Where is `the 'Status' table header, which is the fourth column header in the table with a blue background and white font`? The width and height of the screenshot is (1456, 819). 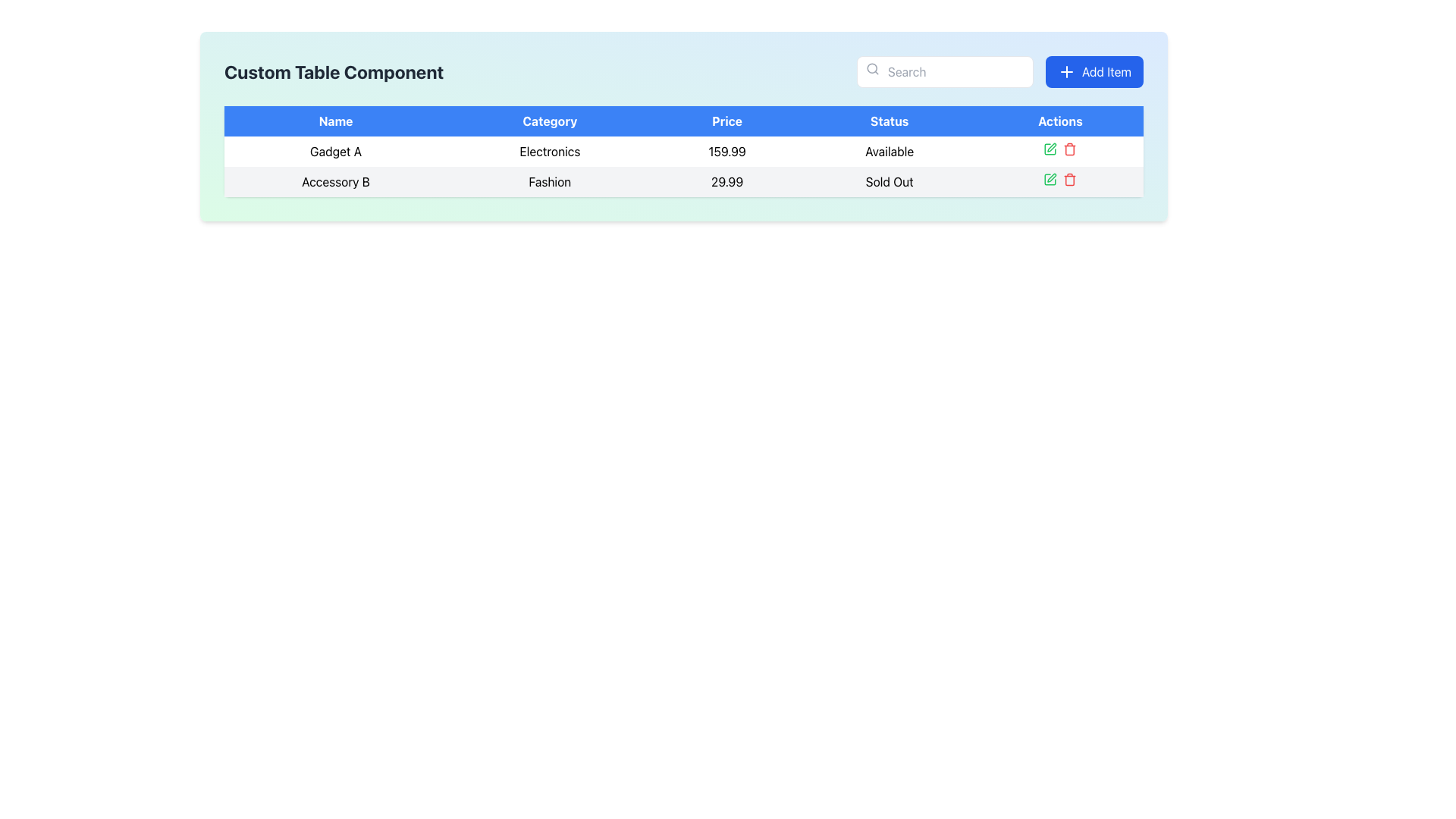
the 'Status' table header, which is the fourth column header in the table with a blue background and white font is located at coordinates (890, 120).